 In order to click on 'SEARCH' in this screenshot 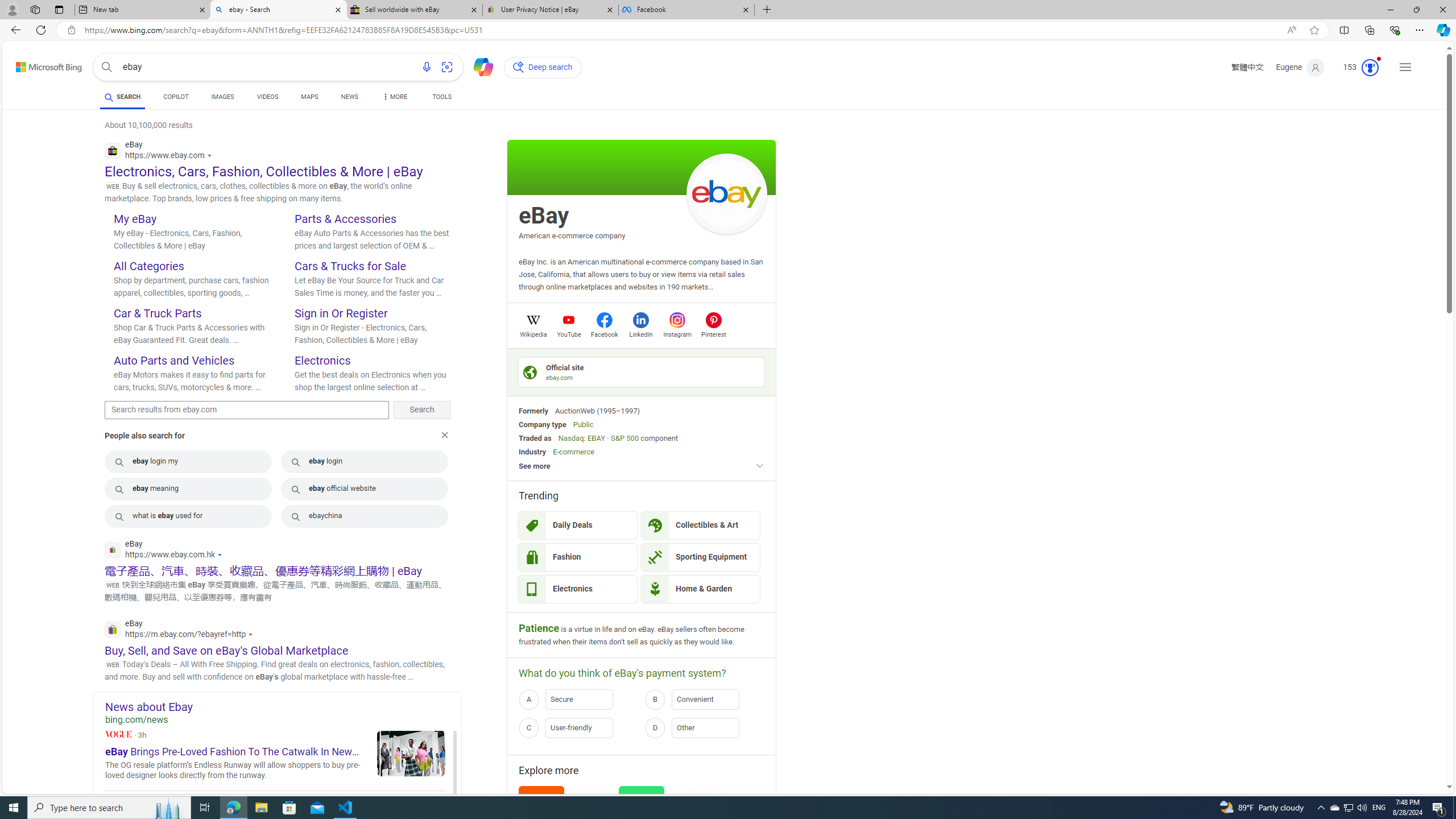, I will do `click(123, 96)`.